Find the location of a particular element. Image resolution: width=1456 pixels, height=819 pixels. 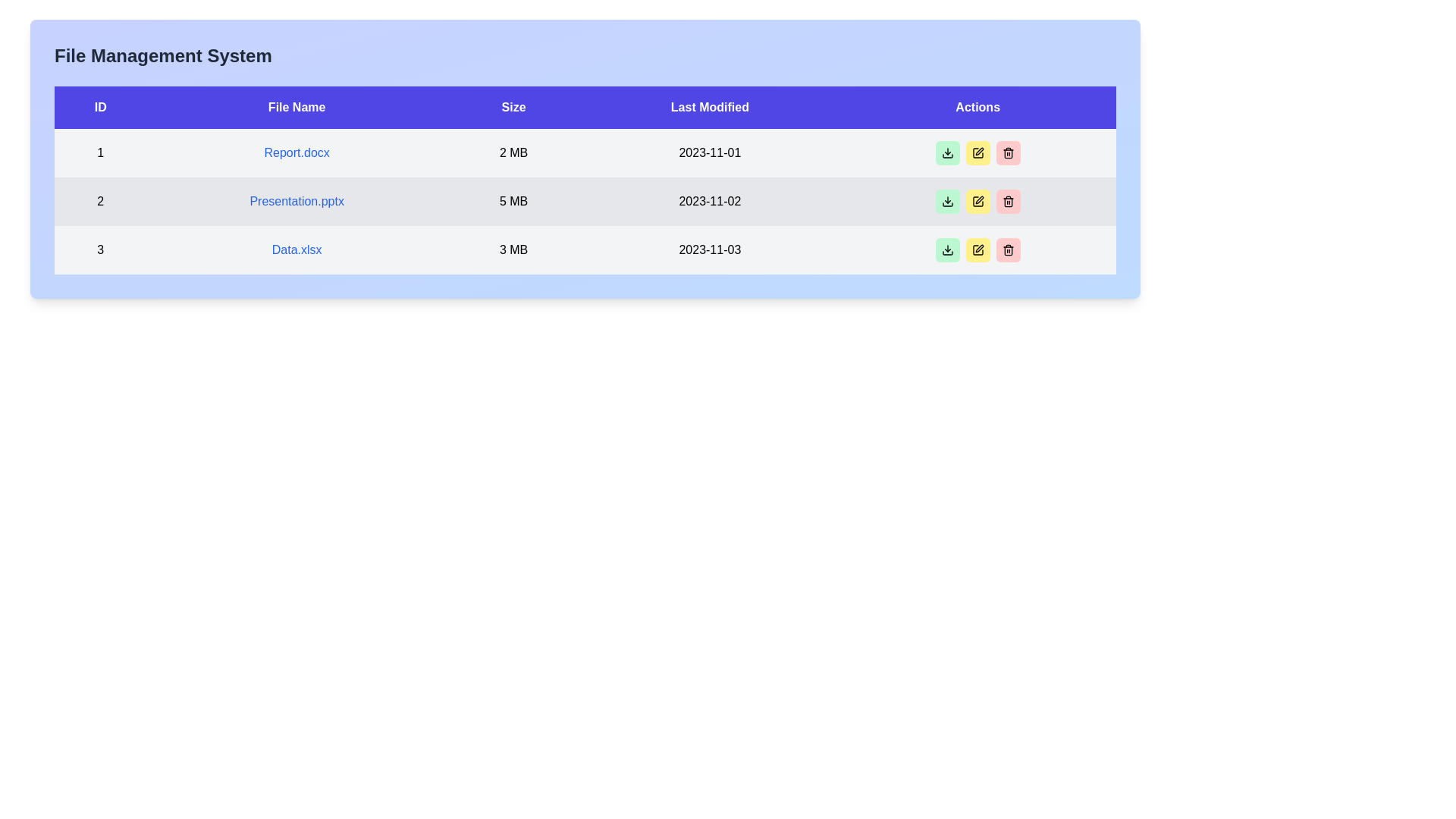

the yellow edit button with a pencil icon located in the 'Actions' column of the second row in the table to trigger its hover effects is located at coordinates (977, 201).